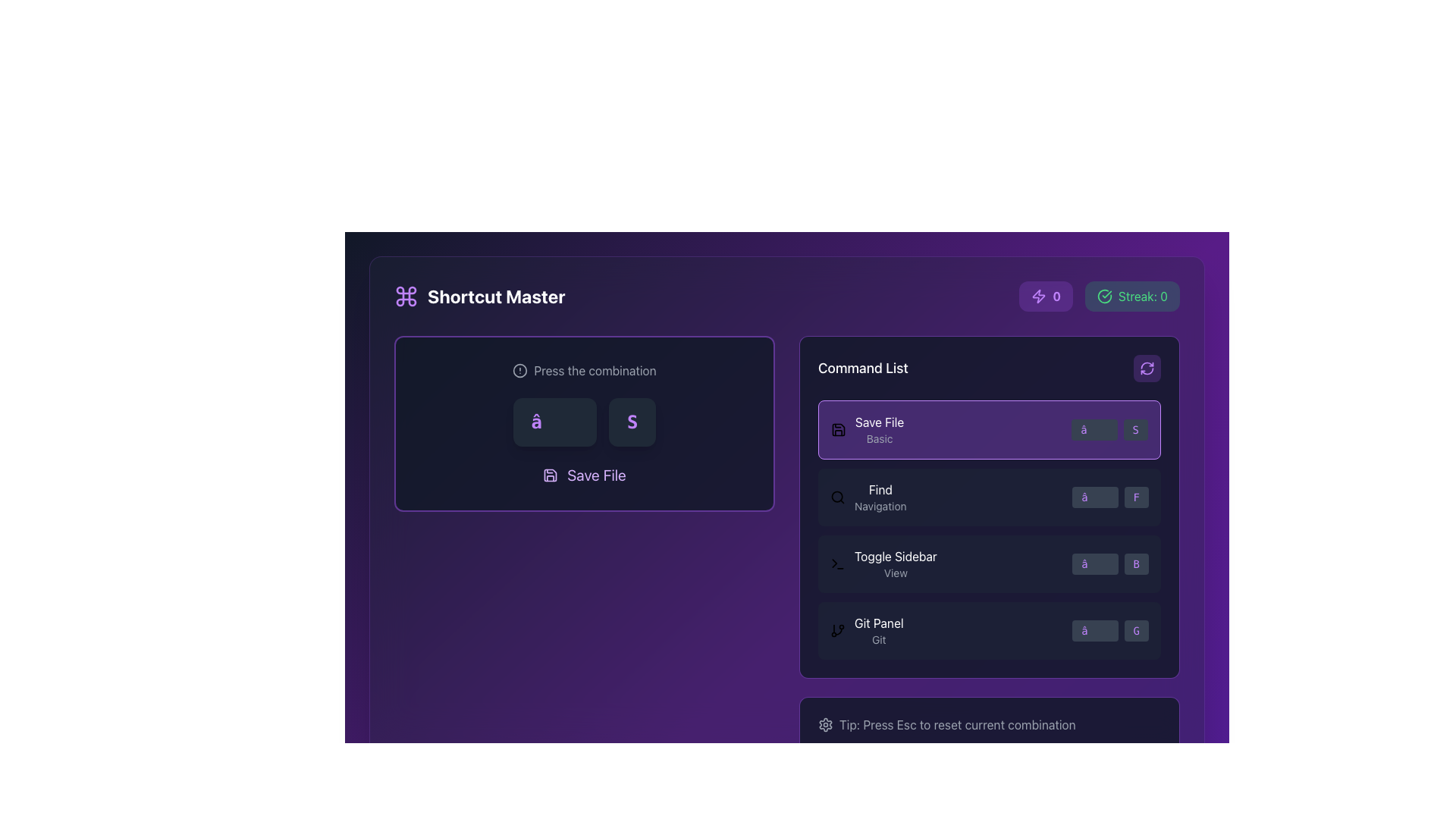 This screenshot has width=1456, height=819. Describe the element at coordinates (1094, 430) in the screenshot. I see `the keyboard shortcut key representation component for the 'Save File' command located in the 'Command List' section` at that location.